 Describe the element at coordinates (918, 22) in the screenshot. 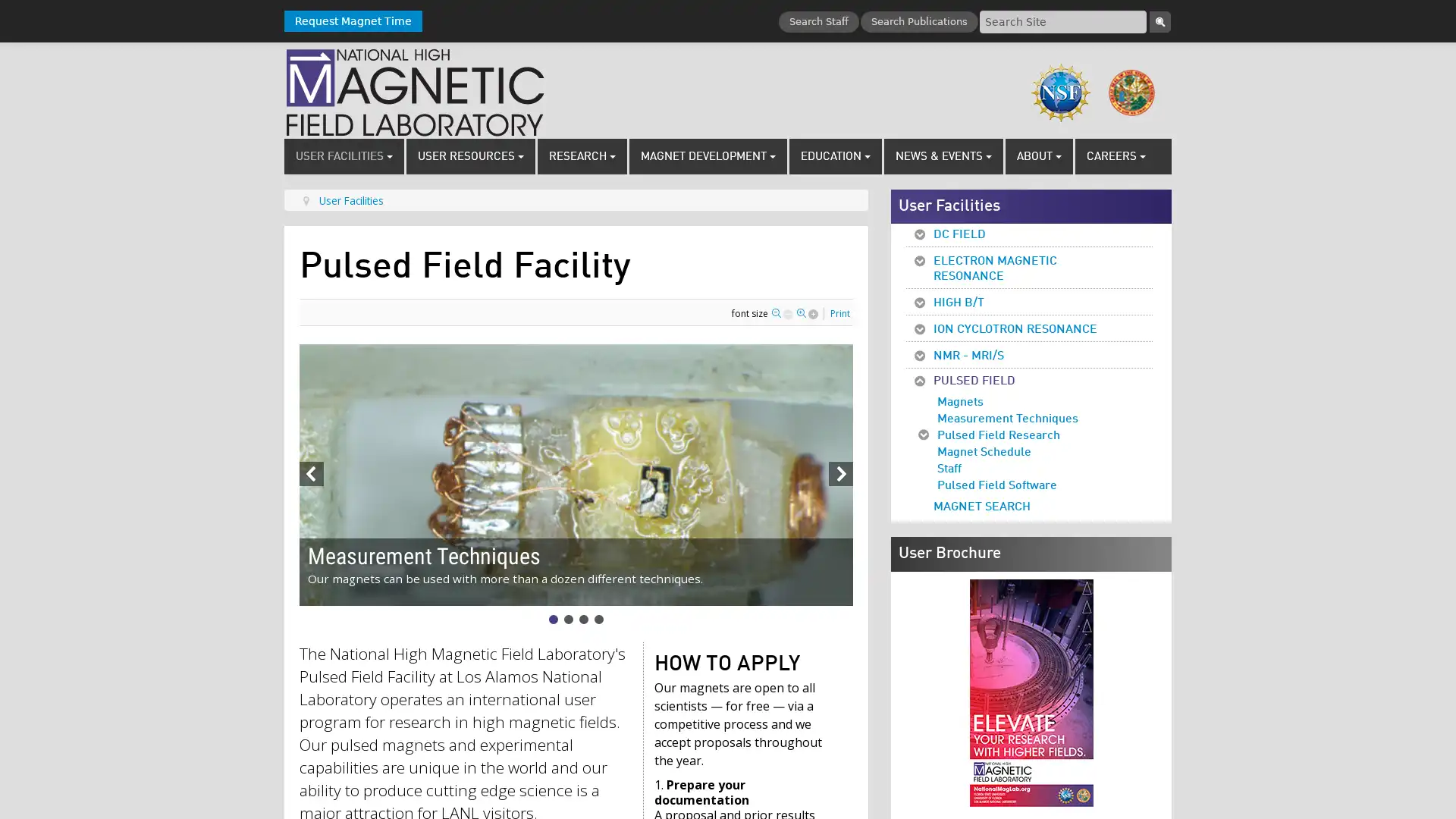

I see `Search Publications` at that location.